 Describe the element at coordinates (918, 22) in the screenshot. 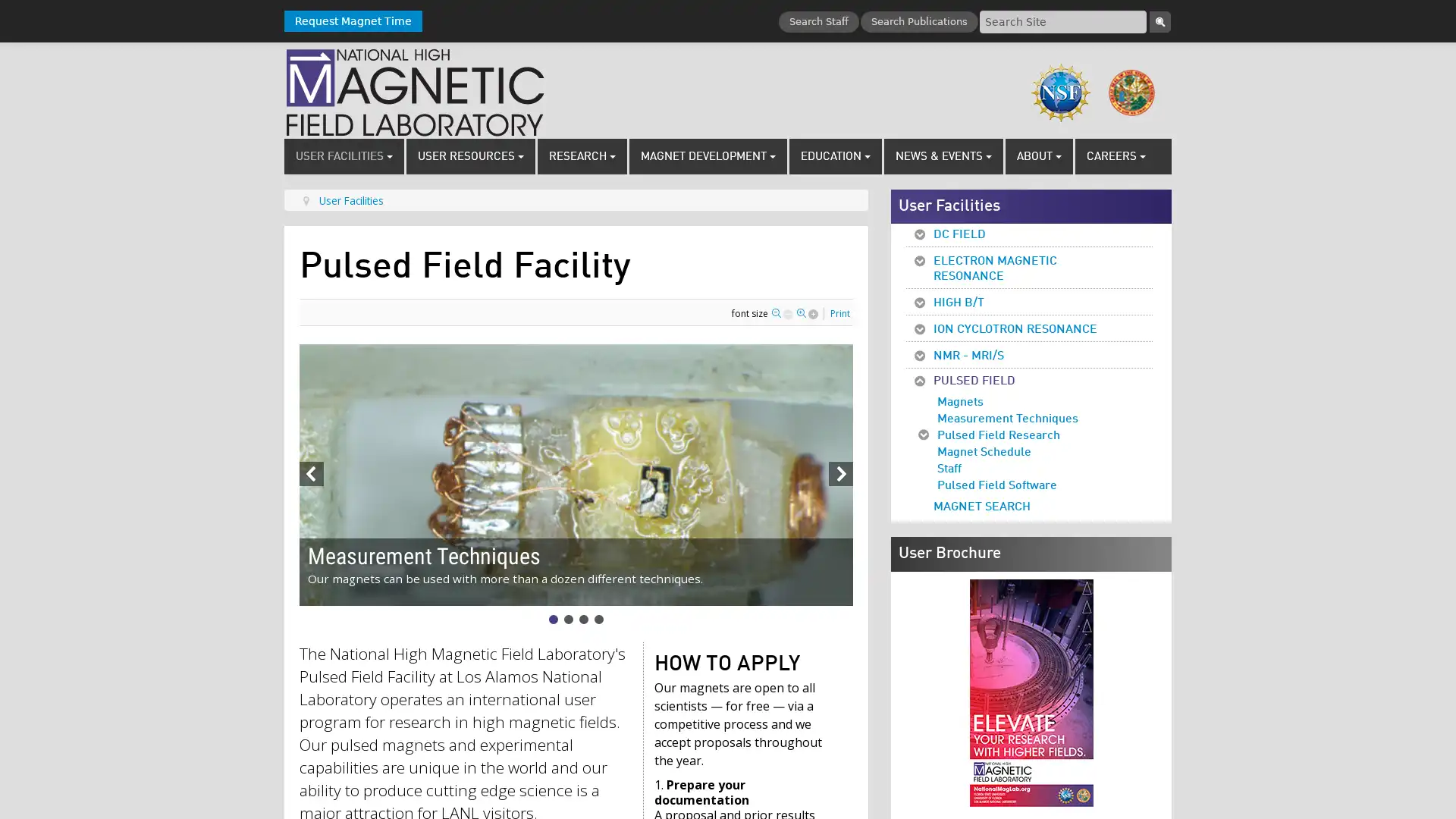

I see `Search Publications` at that location.